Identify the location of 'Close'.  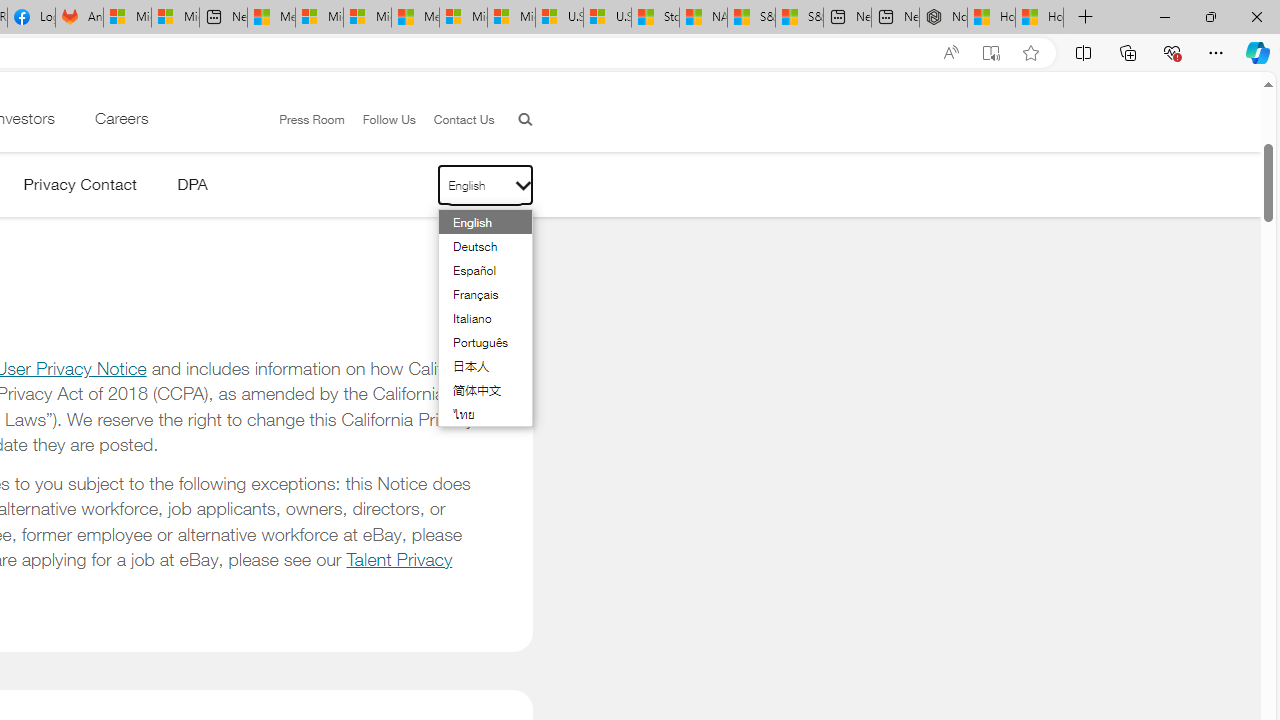
(1255, 16).